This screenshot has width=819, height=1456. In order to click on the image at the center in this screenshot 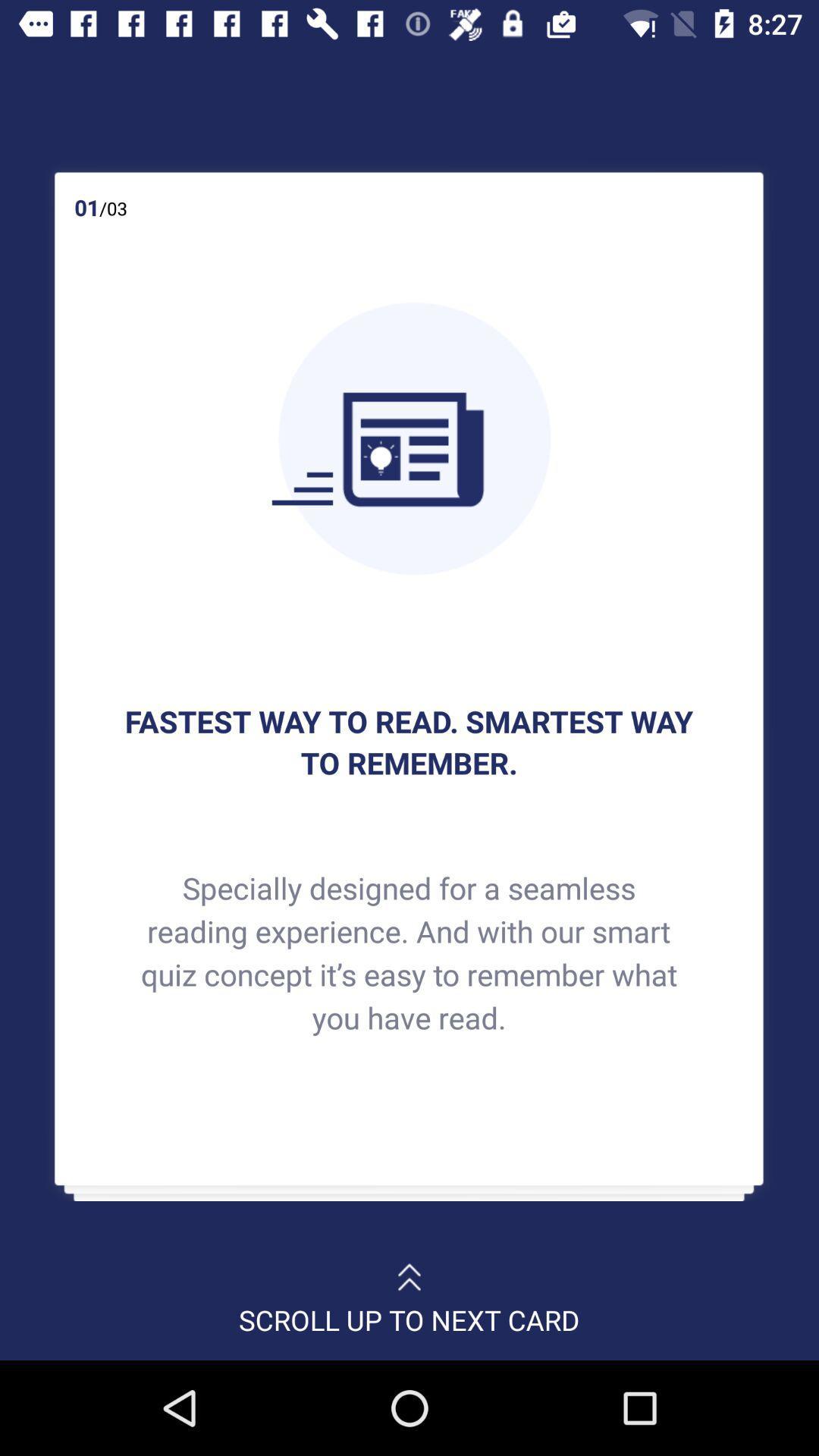, I will do `click(408, 438)`.